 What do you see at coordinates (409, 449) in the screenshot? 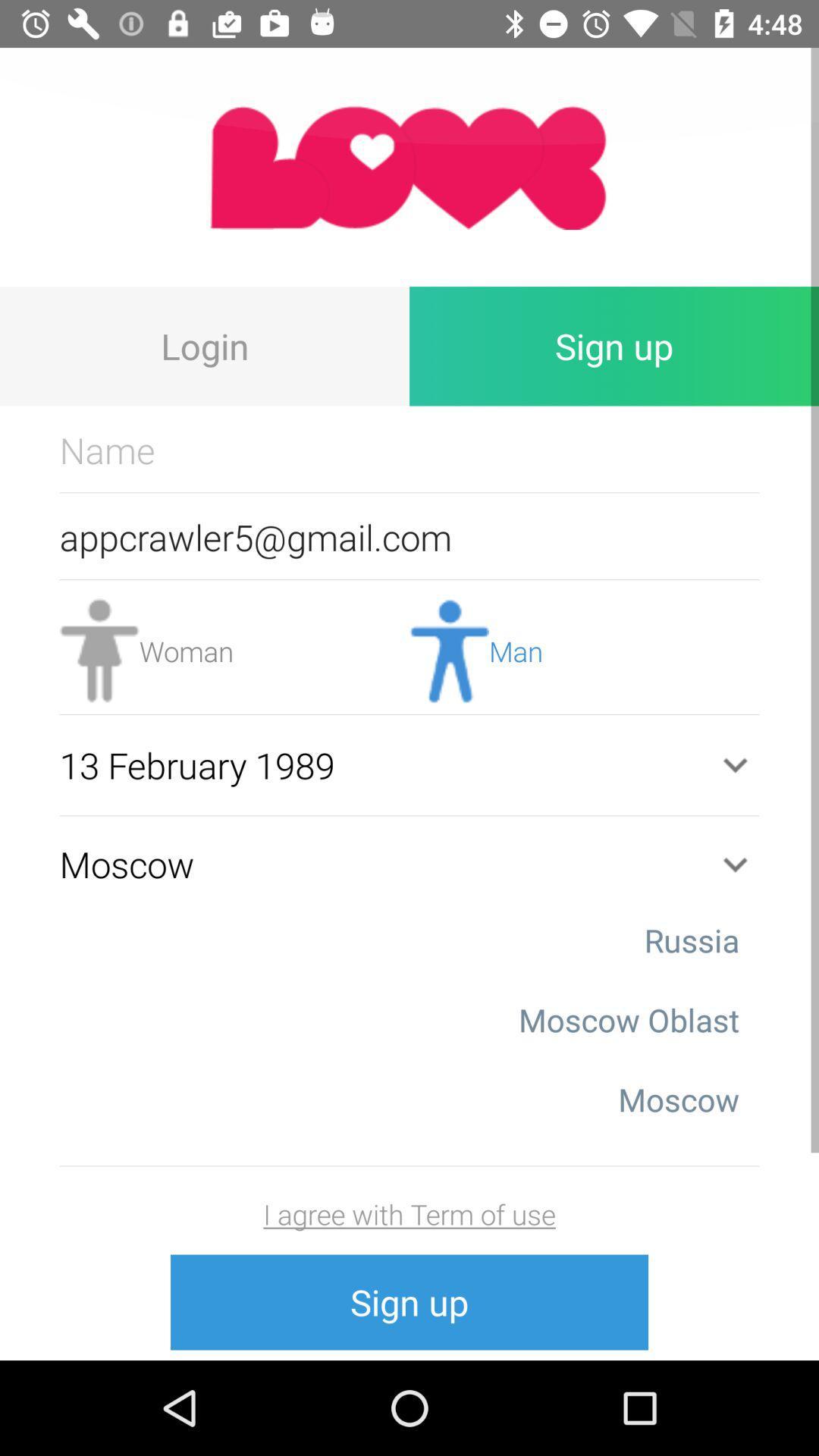
I see `name` at bounding box center [409, 449].